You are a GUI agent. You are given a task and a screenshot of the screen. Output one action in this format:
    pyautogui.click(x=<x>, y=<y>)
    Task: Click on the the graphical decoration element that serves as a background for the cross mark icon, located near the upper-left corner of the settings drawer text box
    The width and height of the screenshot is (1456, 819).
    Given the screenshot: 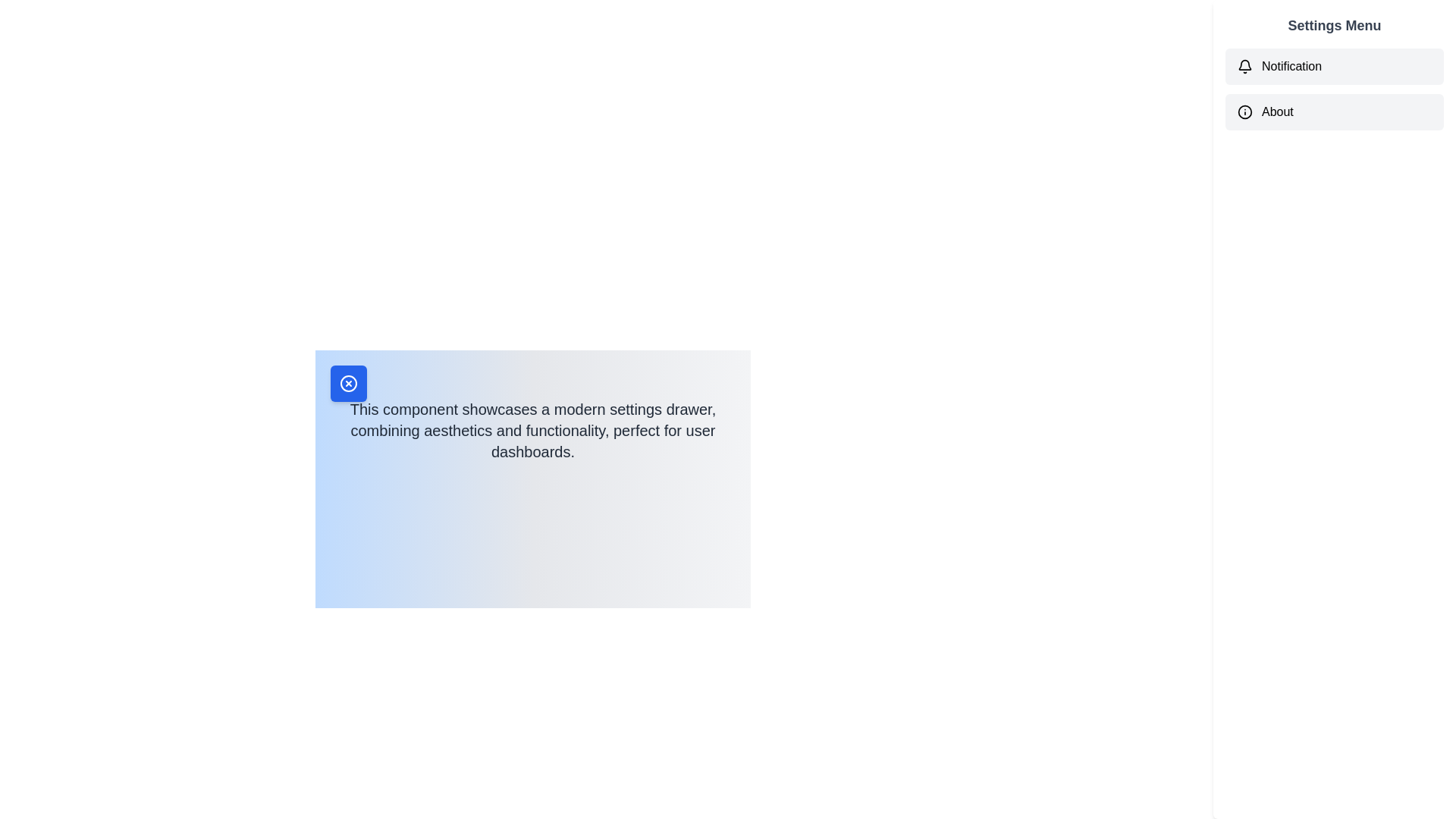 What is the action you would take?
    pyautogui.click(x=348, y=382)
    